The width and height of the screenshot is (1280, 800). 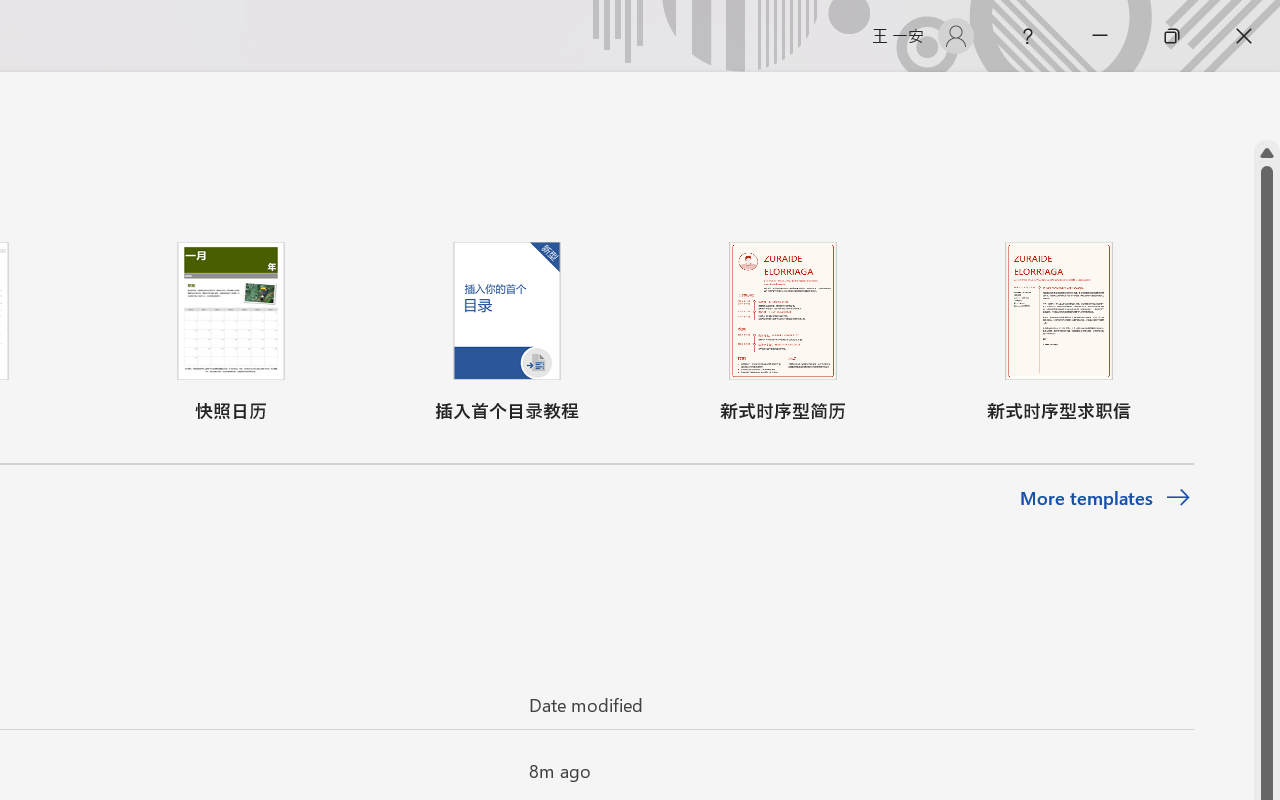 I want to click on 'Help', so click(x=1027, y=35).